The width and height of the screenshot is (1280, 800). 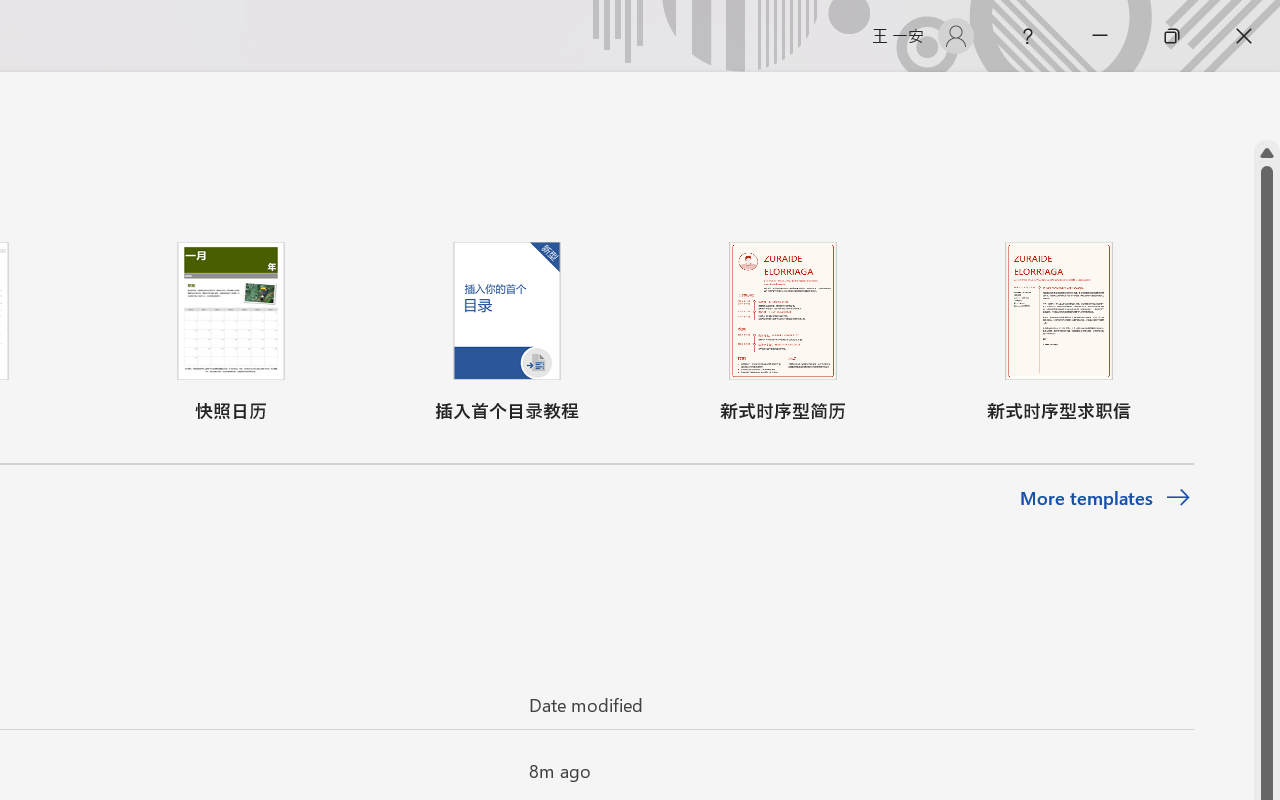 I want to click on 'Help', so click(x=1027, y=35).